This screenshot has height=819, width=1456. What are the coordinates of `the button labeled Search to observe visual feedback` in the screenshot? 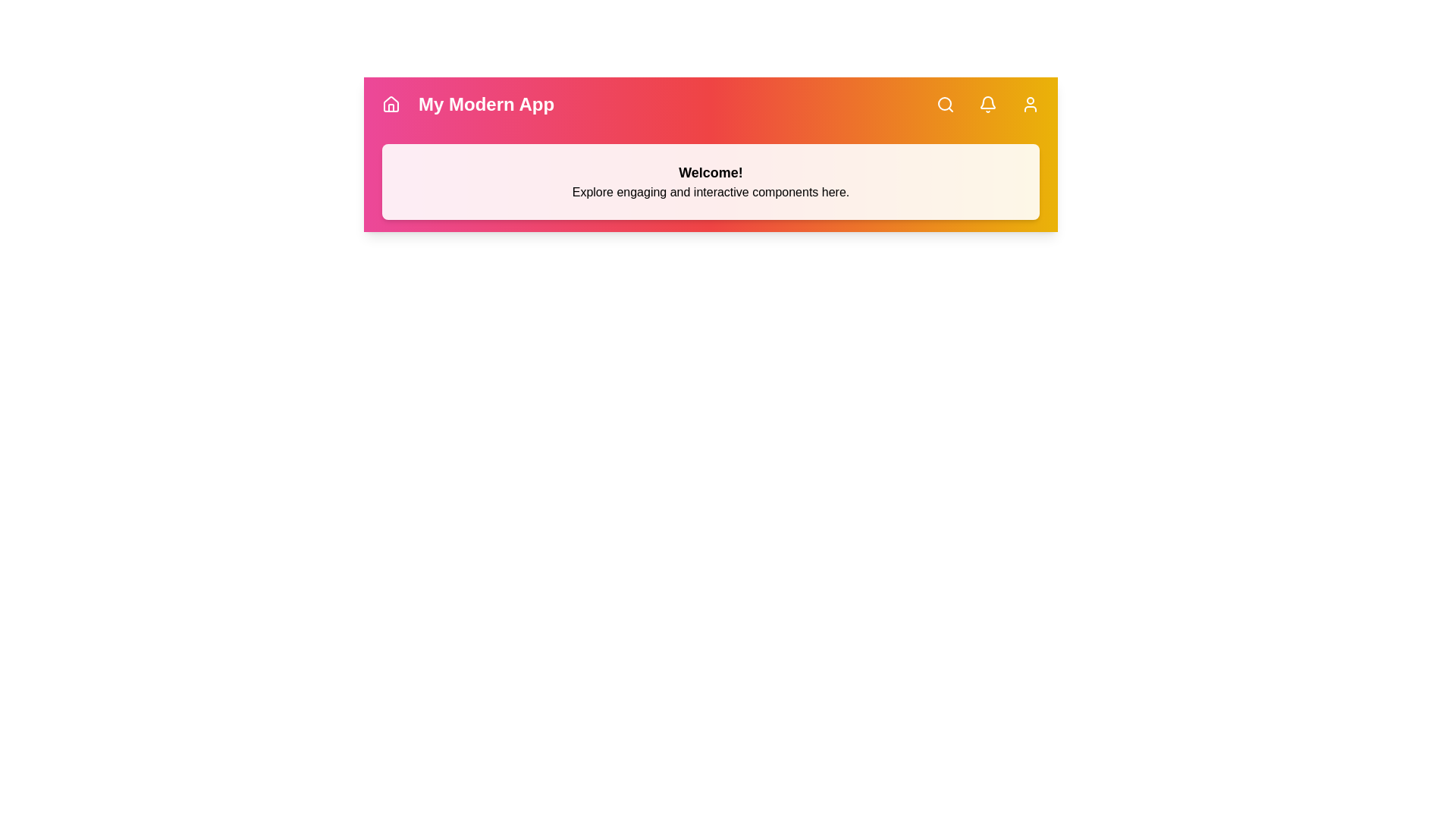 It's located at (945, 104).